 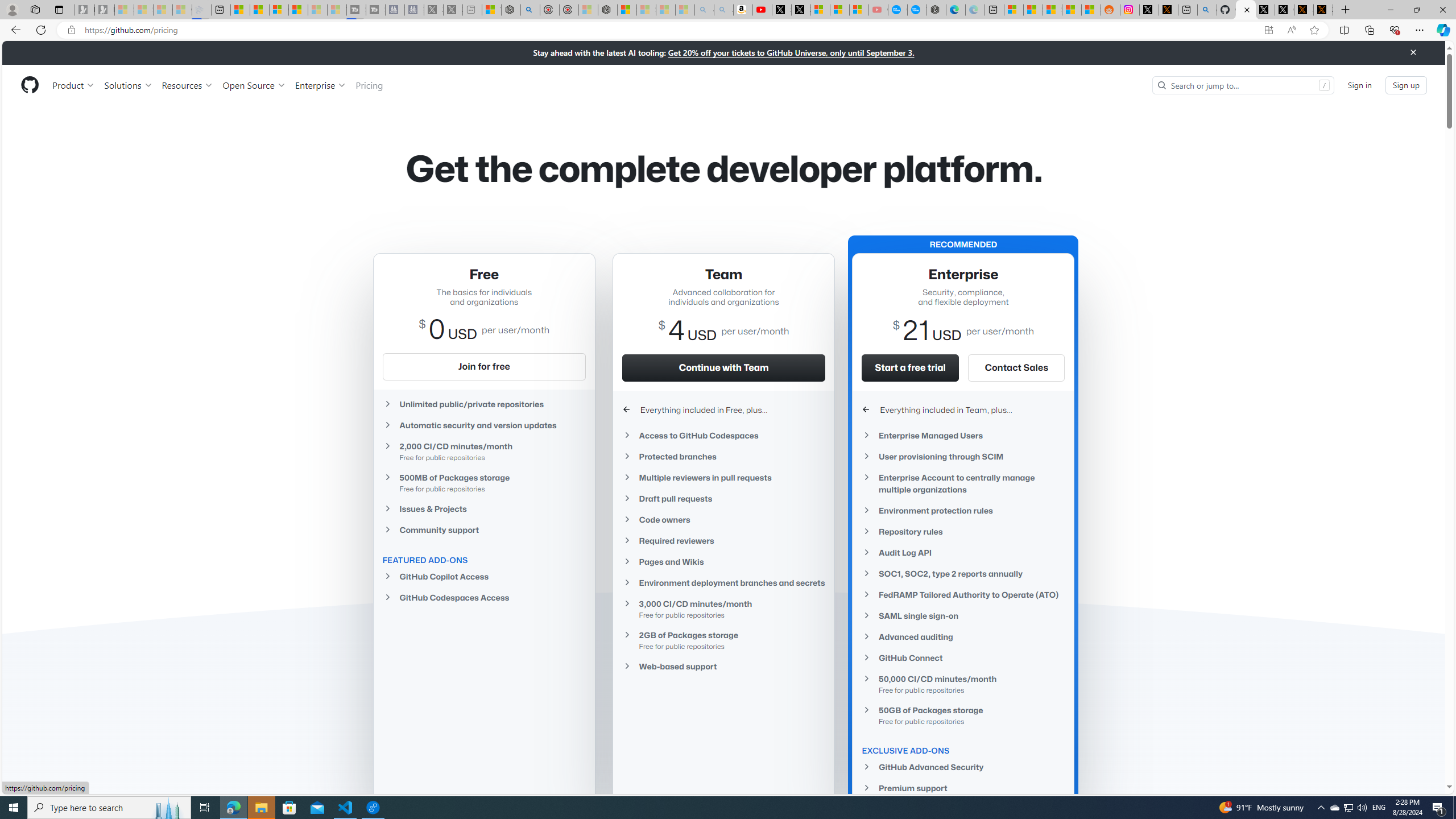 What do you see at coordinates (963, 714) in the screenshot?
I see `'50GB of Packages storageFree for public repositories'` at bounding box center [963, 714].